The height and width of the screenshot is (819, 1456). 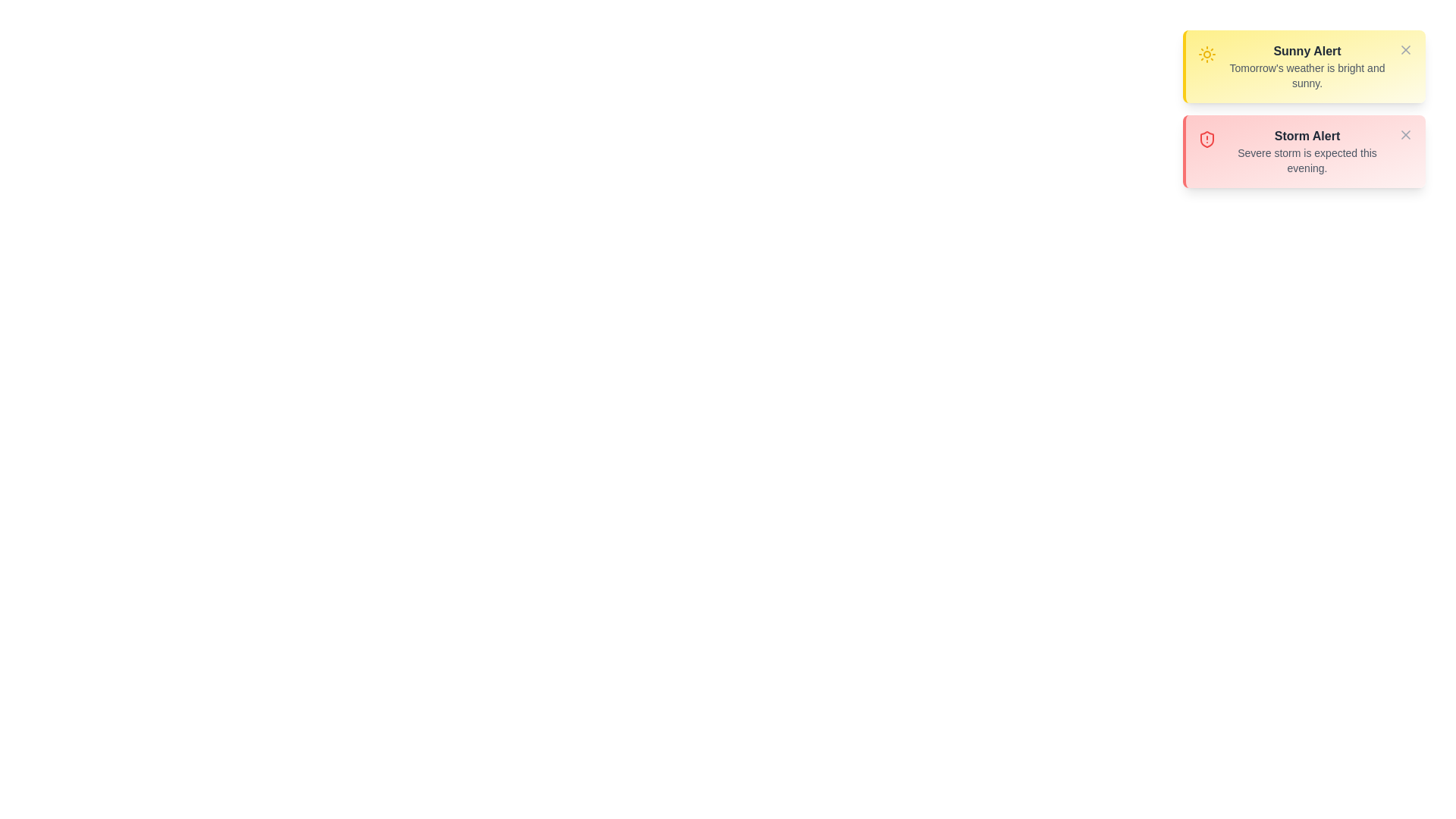 What do you see at coordinates (1404, 49) in the screenshot?
I see `the close button of the alert with the title Sunny Alert` at bounding box center [1404, 49].